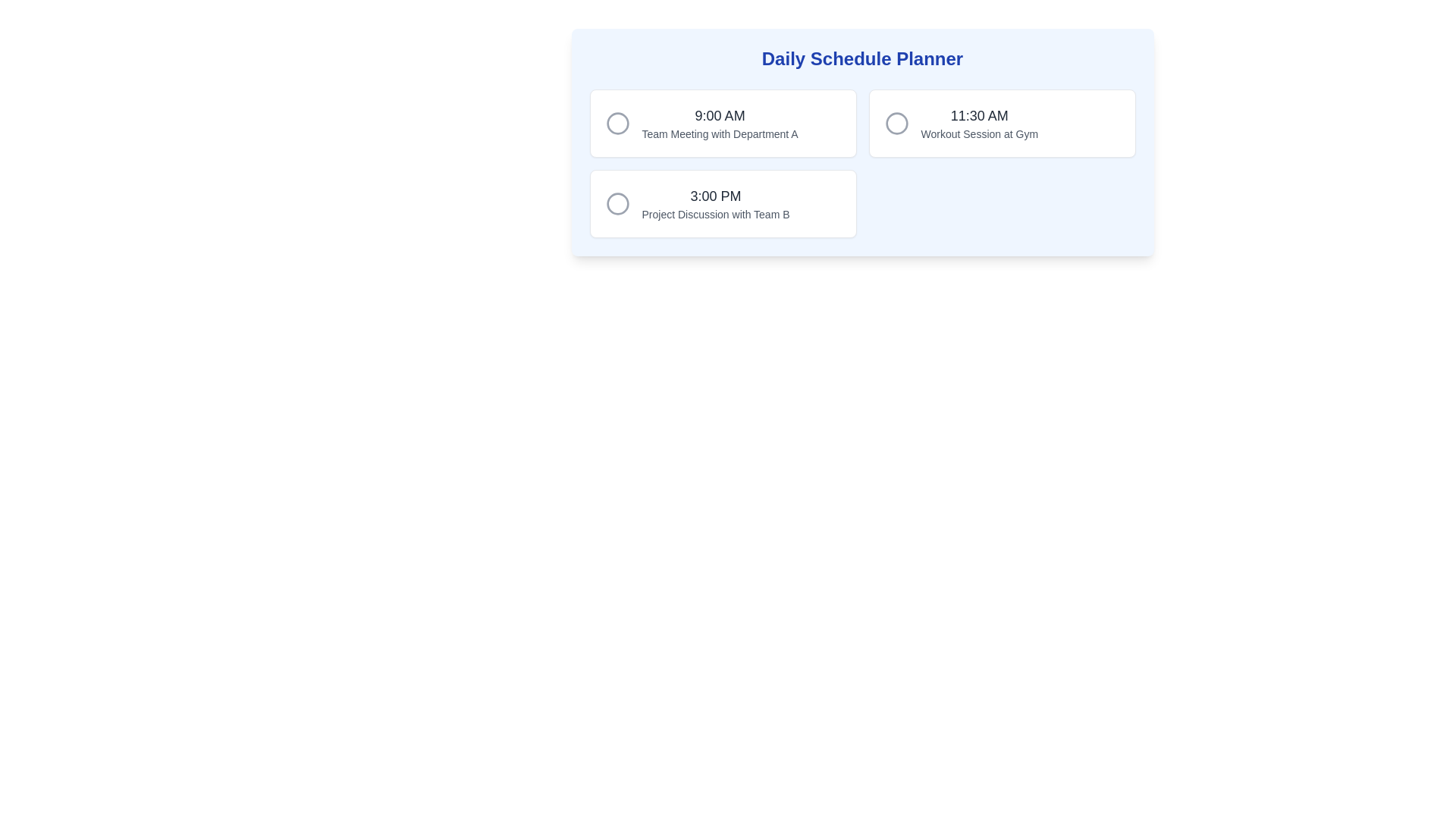 The image size is (1456, 819). I want to click on the Radio button for the 9:00 AM schedule entry in the Daily Schedule Planner interface, so click(617, 122).